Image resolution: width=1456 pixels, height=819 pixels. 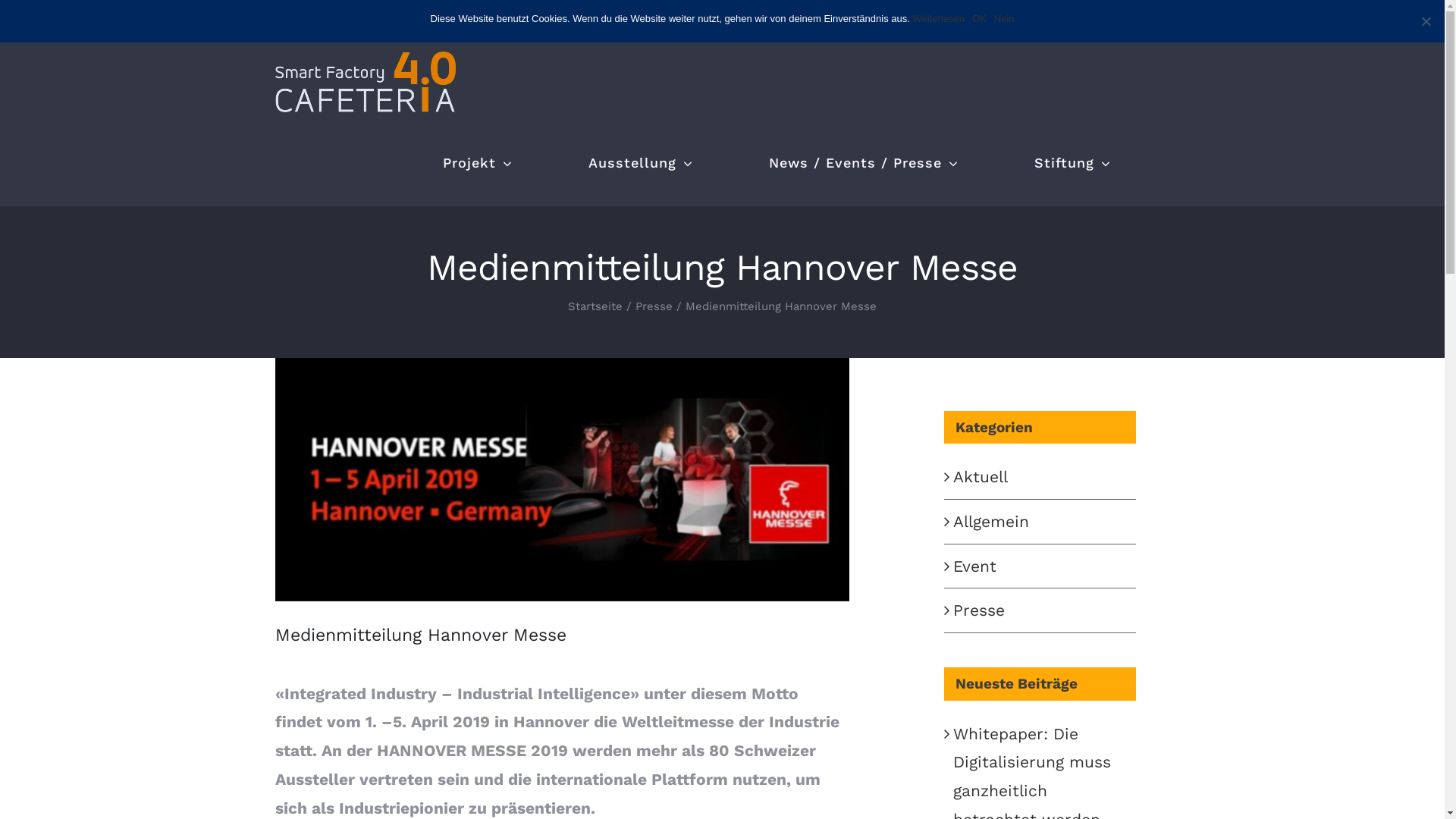 I want to click on 'Projekt', so click(x=476, y=163).